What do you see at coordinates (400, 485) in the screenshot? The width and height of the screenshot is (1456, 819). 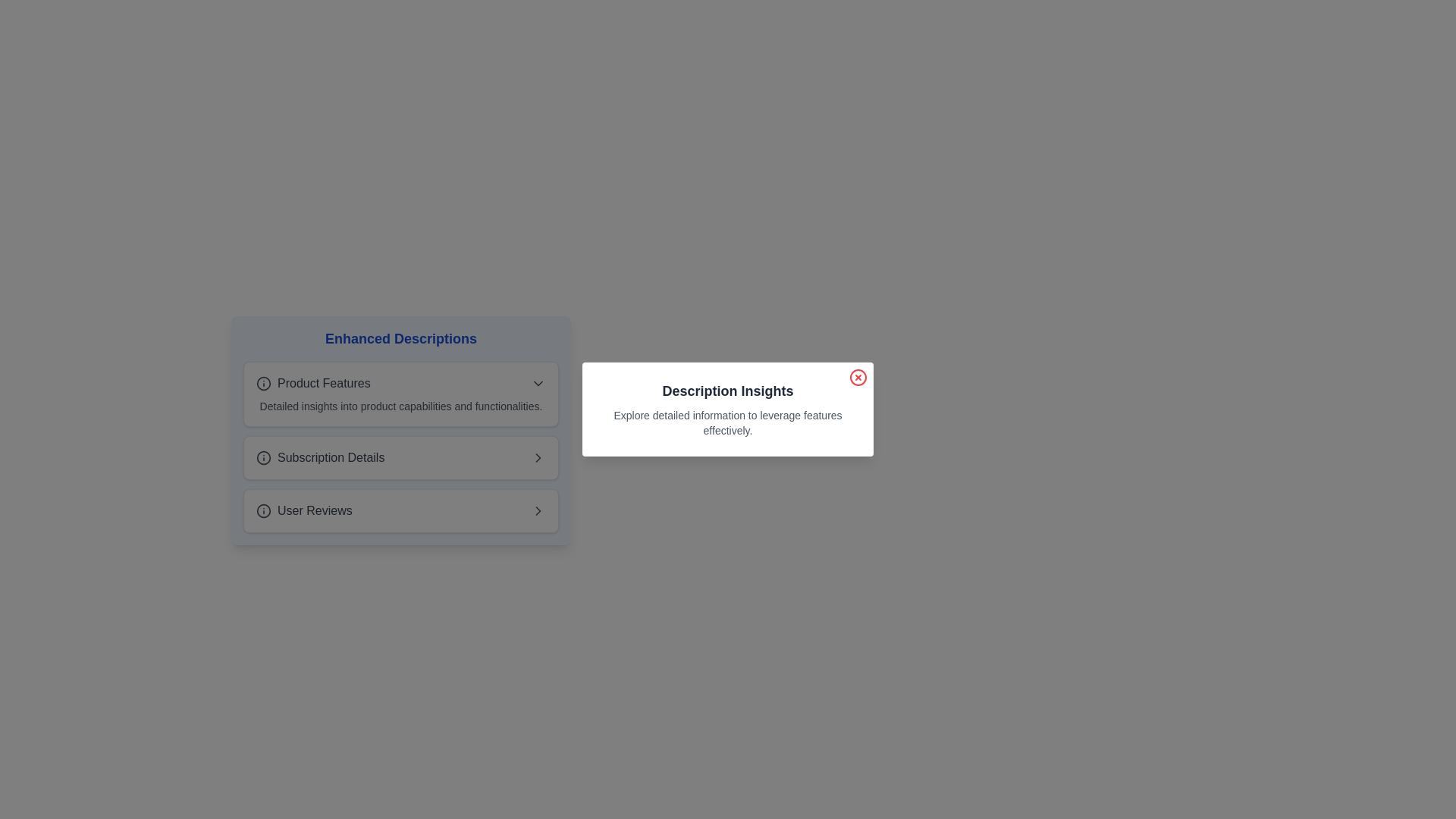 I see `the 'Subscription Details' card` at bounding box center [400, 485].